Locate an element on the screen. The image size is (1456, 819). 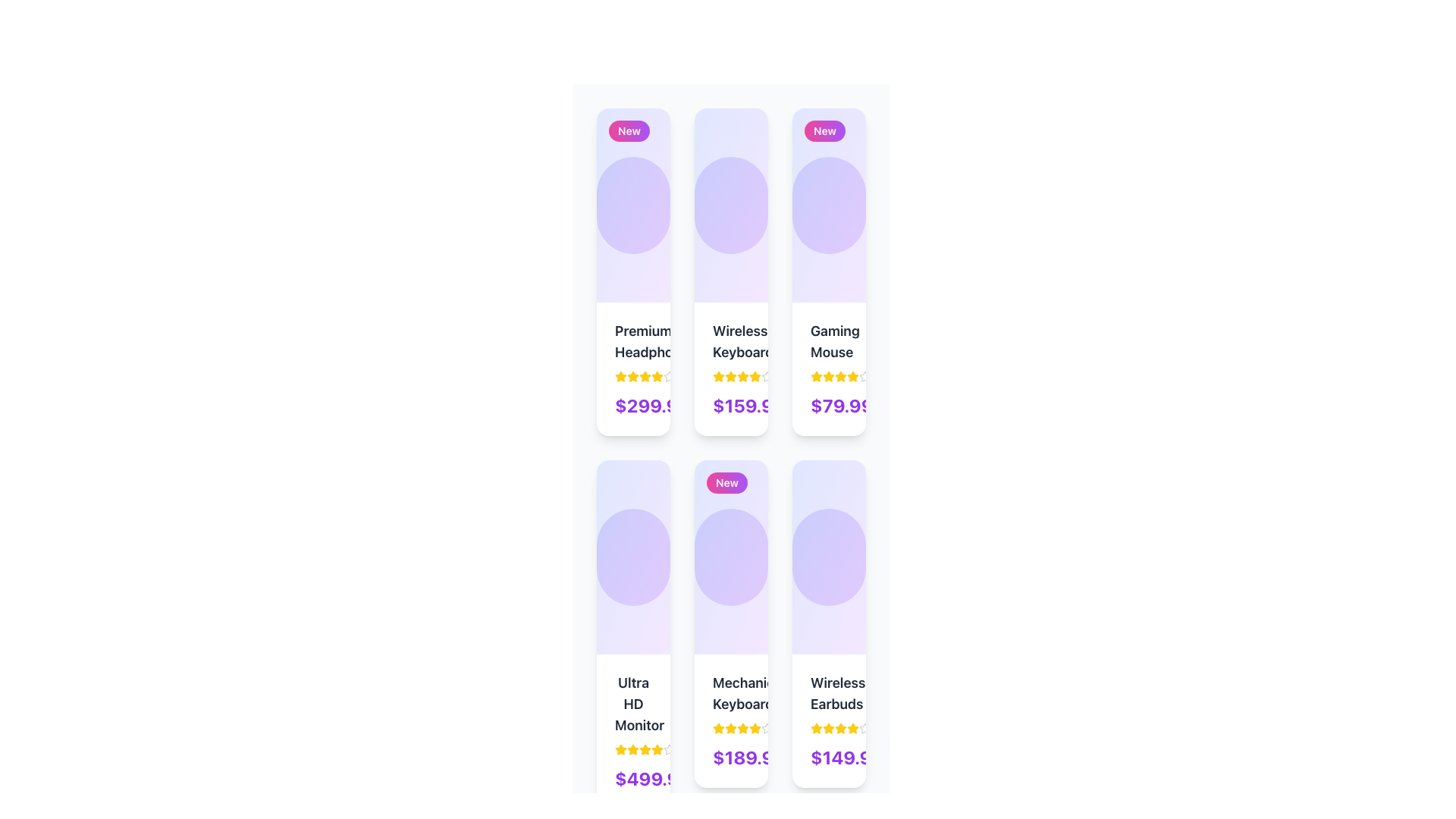
the fifth star in the group of six stars under the 'Wireless Keyboard' item using accessibility tools is located at coordinates (742, 376).